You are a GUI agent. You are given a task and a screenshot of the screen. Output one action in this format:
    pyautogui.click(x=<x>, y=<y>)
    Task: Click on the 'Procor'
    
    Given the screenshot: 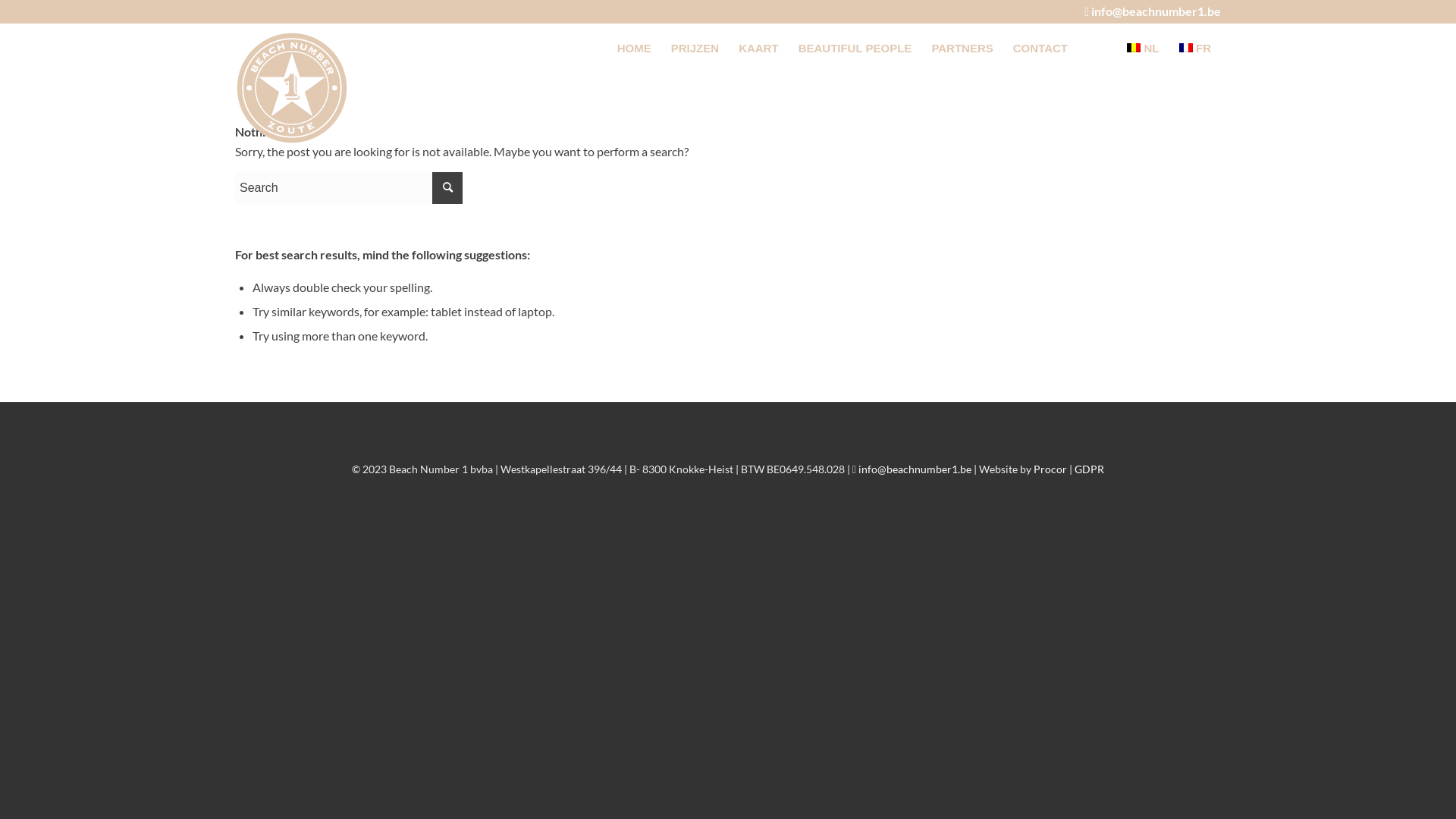 What is the action you would take?
    pyautogui.click(x=1050, y=468)
    